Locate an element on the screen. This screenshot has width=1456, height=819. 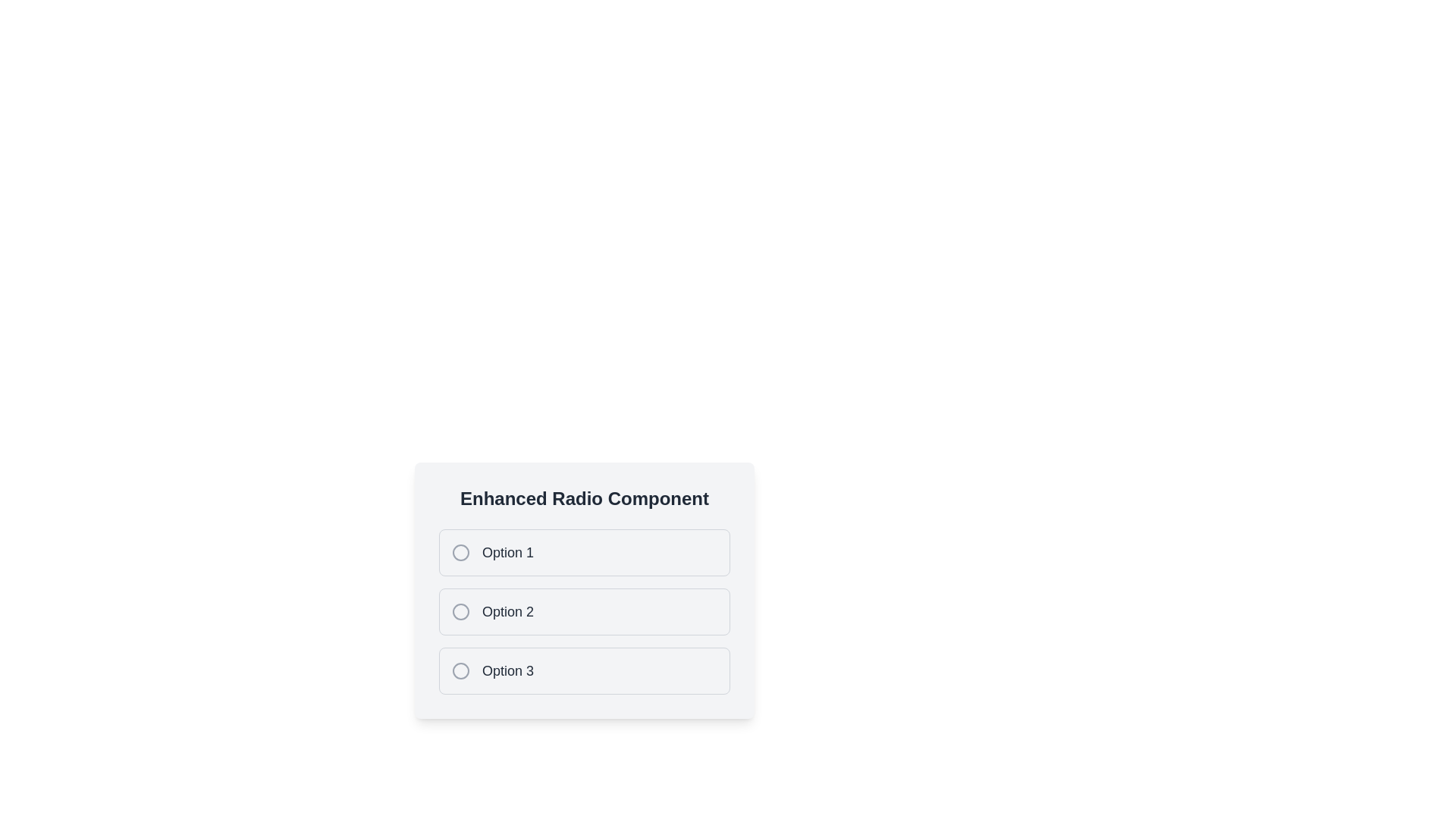
the radio button labeled 'Option 2' to choose this option from the group of radio buttons is located at coordinates (584, 590).